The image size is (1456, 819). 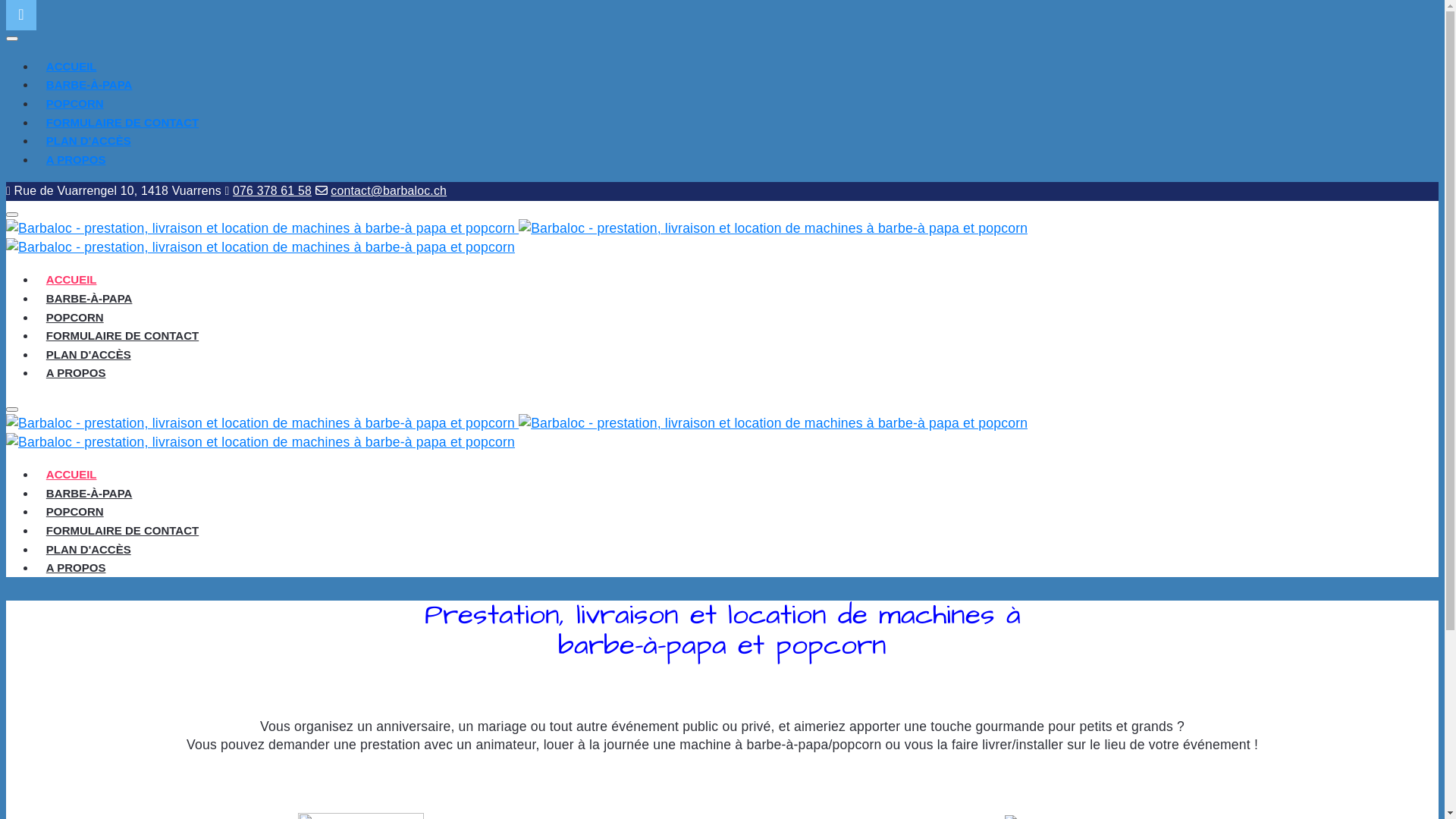 I want to click on 'FORMULAIRE DE CONTACT', so click(x=36, y=529).